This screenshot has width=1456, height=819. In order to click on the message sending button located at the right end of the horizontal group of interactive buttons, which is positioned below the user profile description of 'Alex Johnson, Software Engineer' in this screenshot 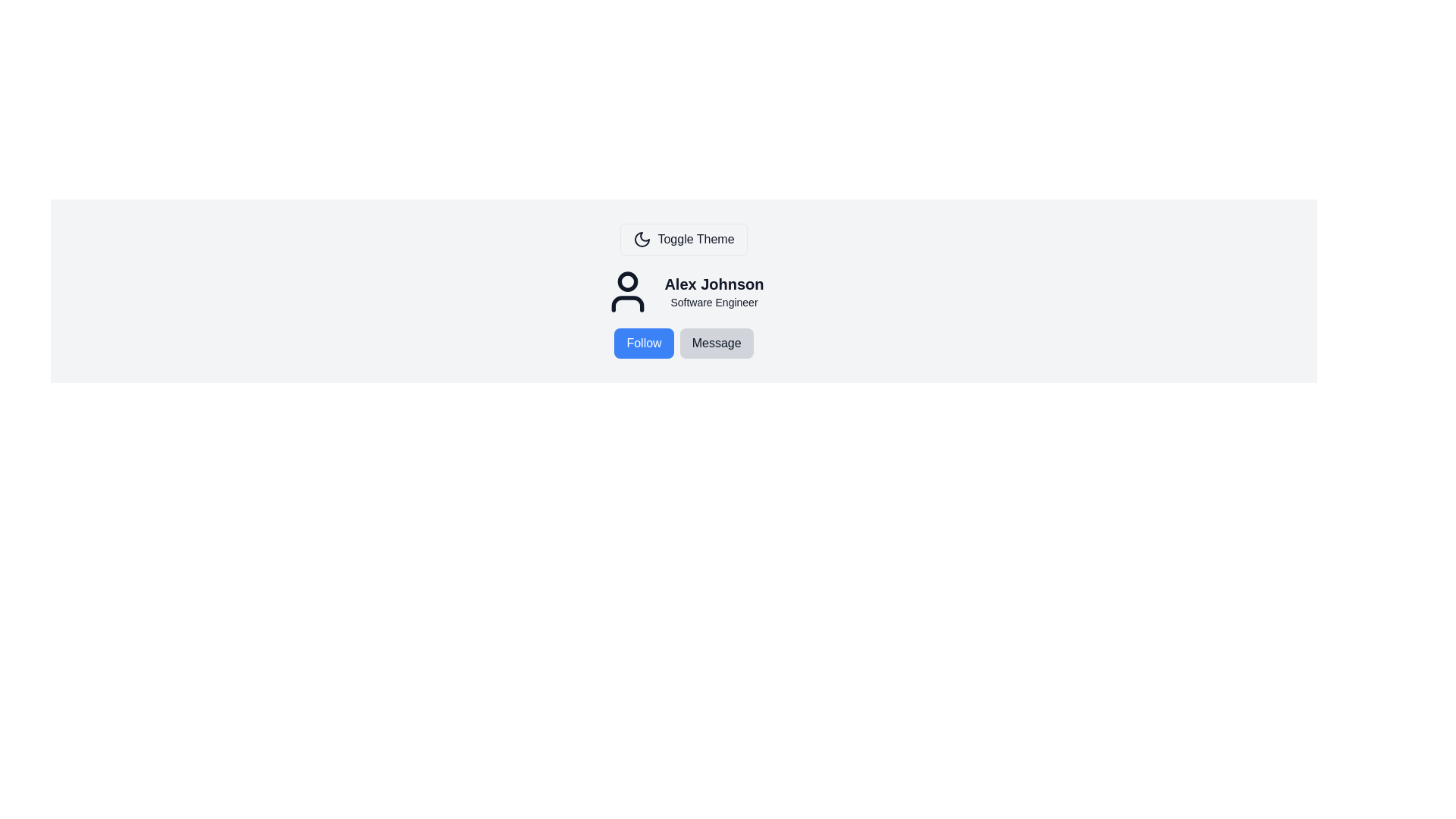, I will do `click(716, 343)`.